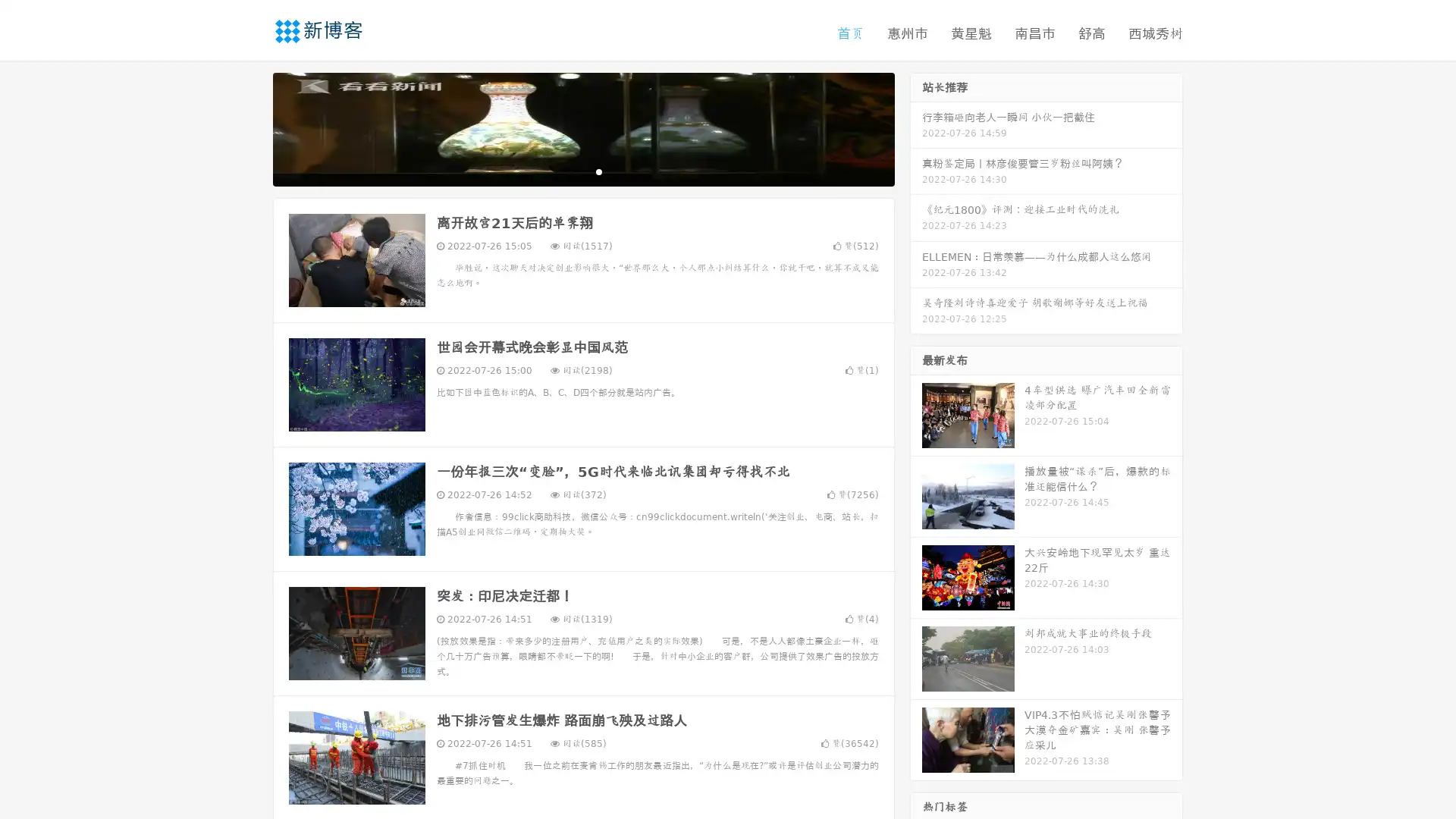  Describe the element at coordinates (582, 171) in the screenshot. I see `Go to slide 2` at that location.